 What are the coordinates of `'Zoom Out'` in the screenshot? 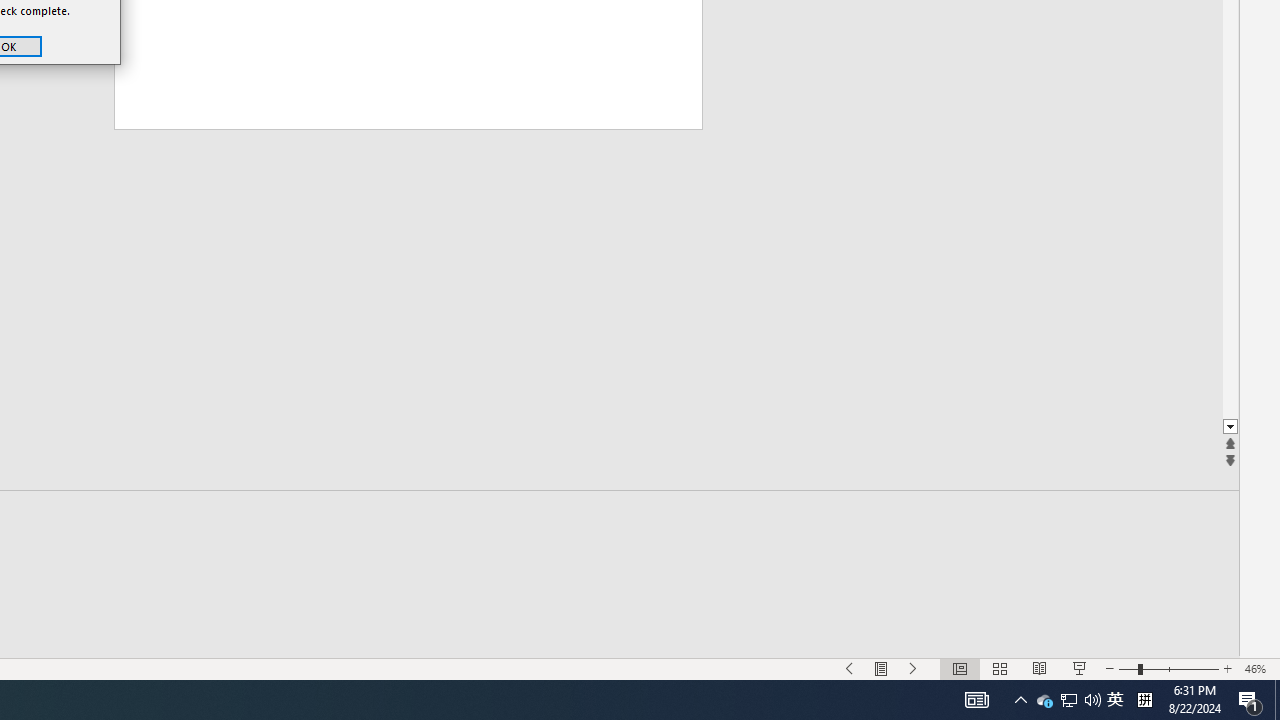 It's located at (1114, 698).